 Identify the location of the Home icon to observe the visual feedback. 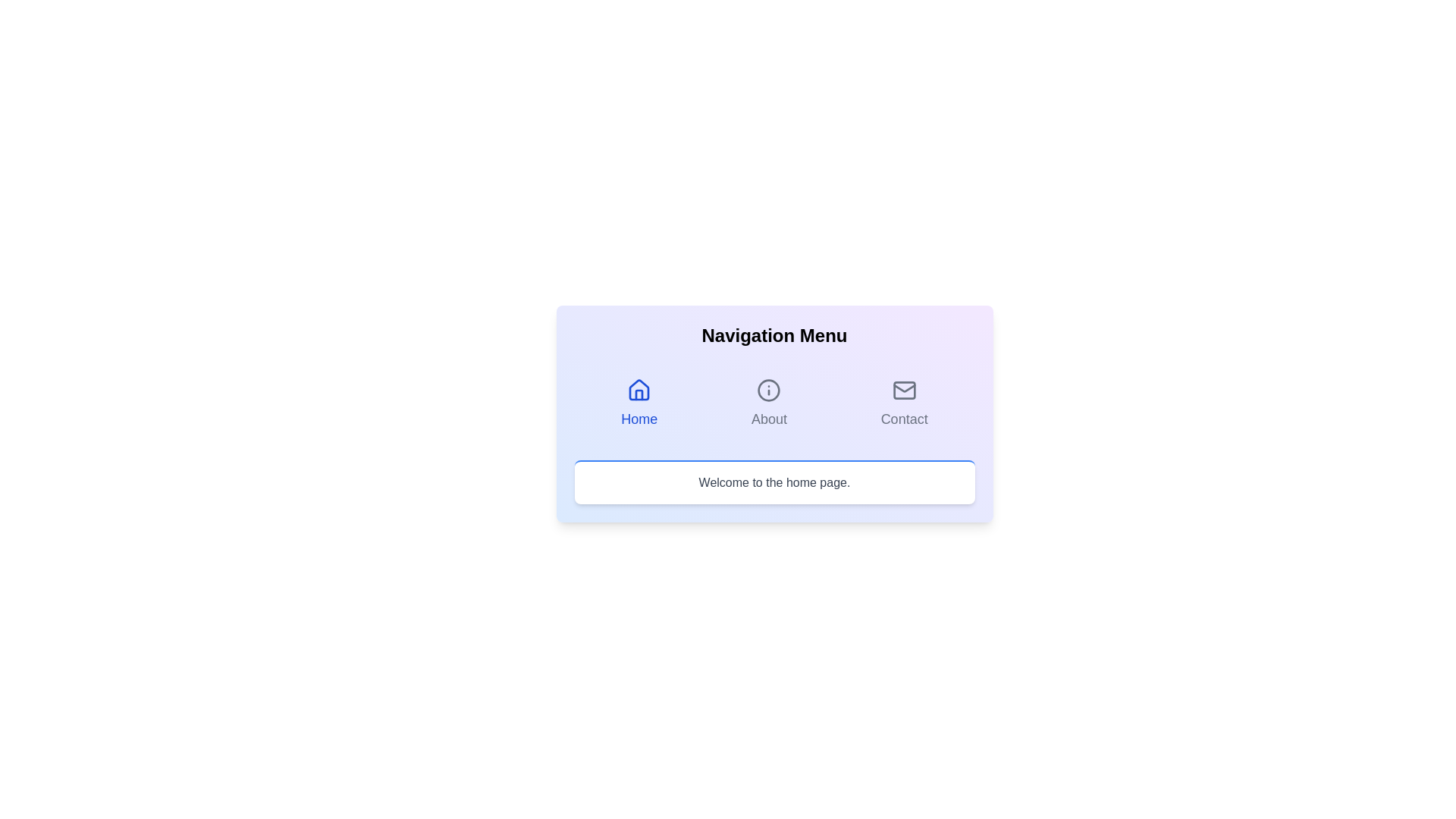
(639, 390).